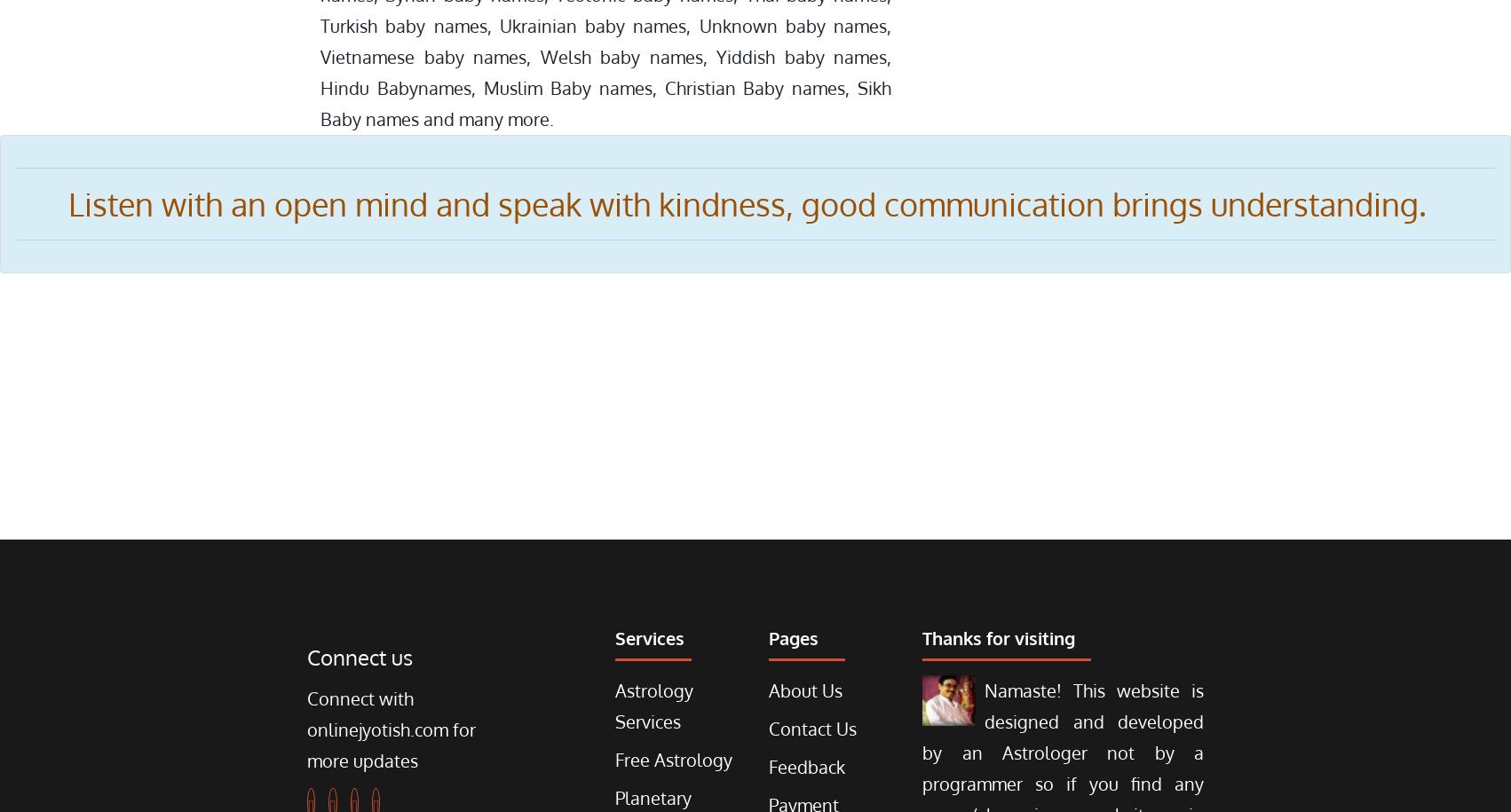 The height and width of the screenshot is (812, 1511). I want to click on 'Astrology Services', so click(652, 705).